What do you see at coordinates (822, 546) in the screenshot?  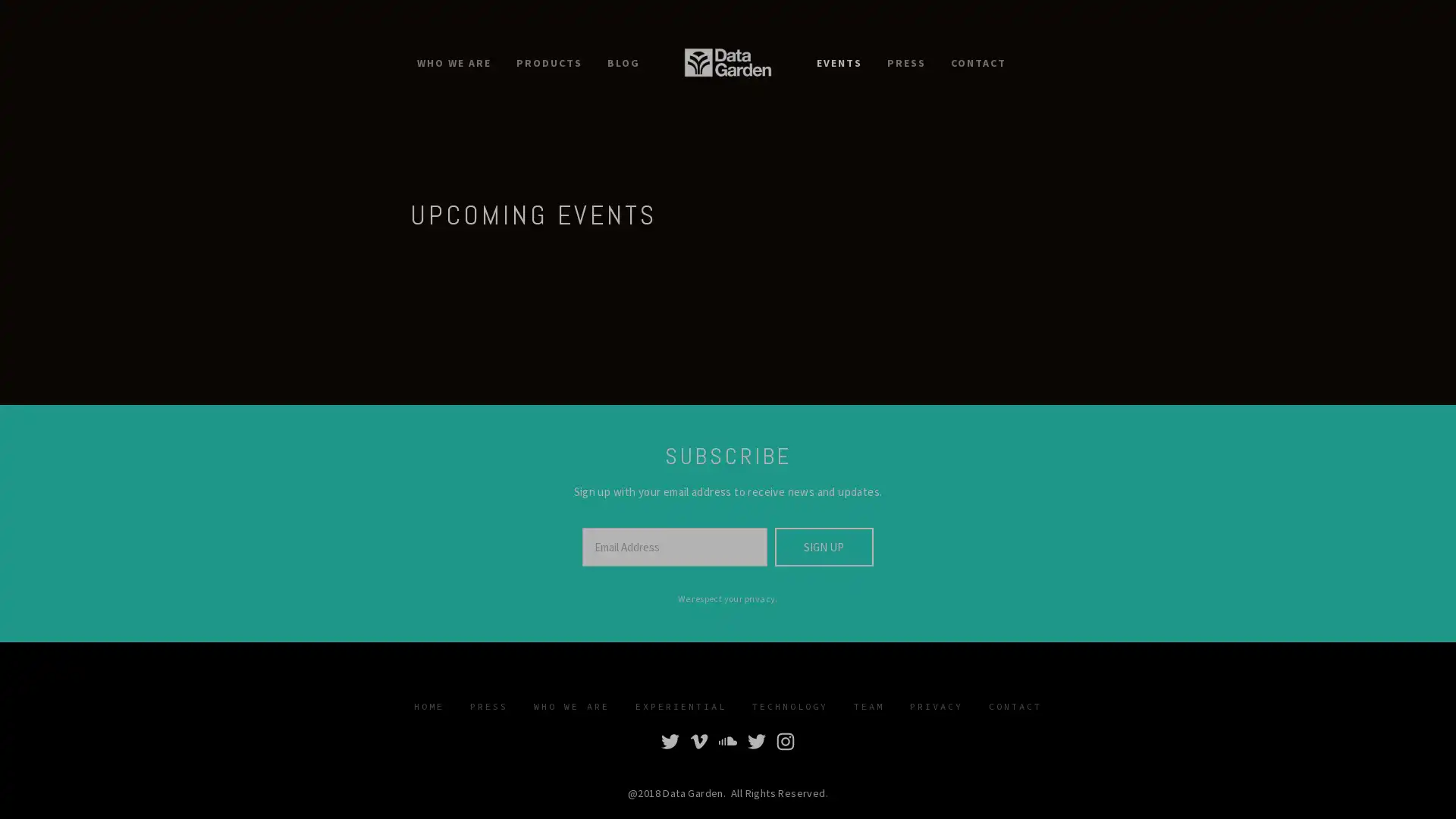 I see `SIGN UP` at bounding box center [822, 546].